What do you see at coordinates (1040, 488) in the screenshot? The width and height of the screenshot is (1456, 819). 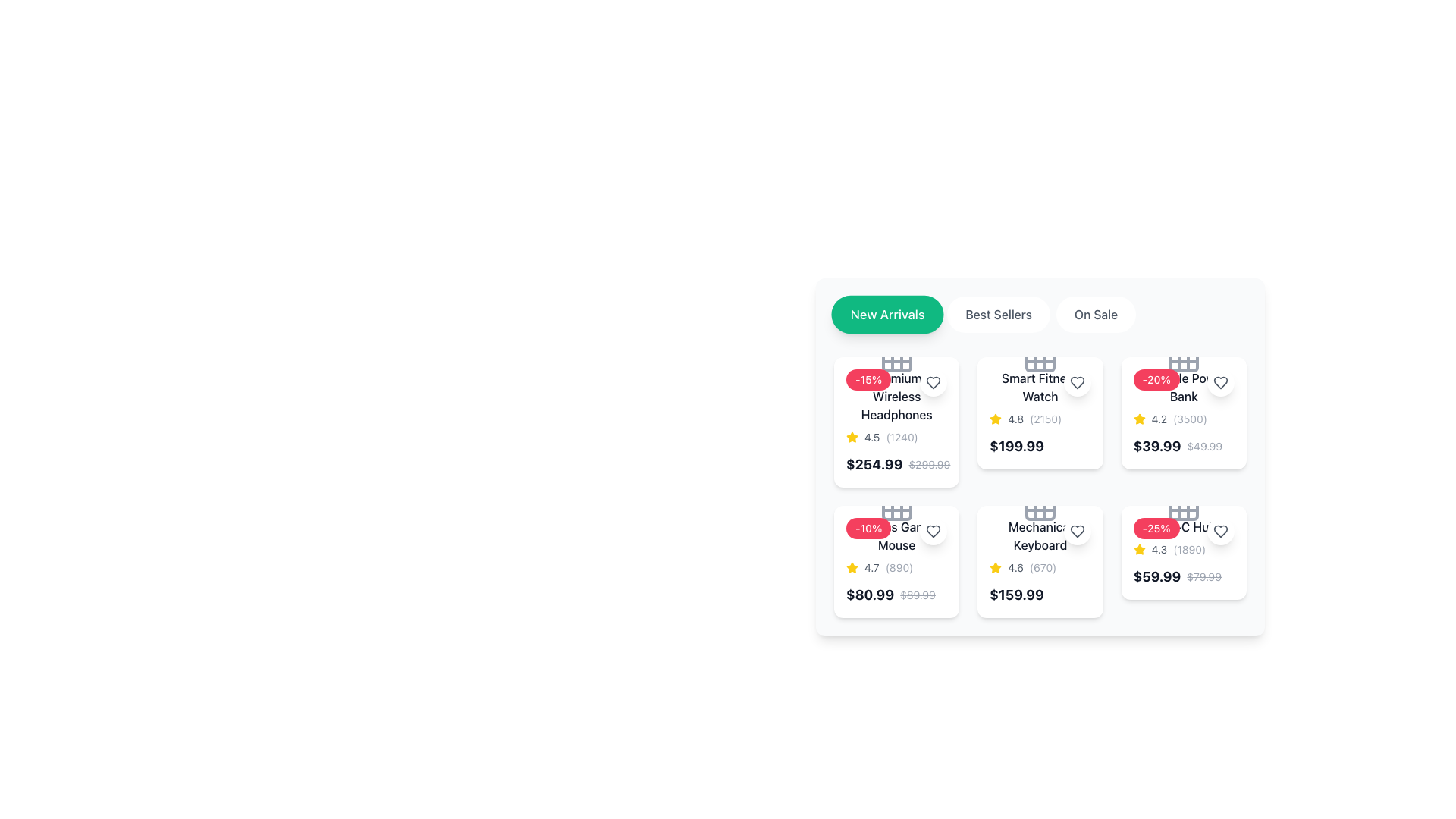 I see `the product card located in the second row and second column of the grid of product cards` at bounding box center [1040, 488].